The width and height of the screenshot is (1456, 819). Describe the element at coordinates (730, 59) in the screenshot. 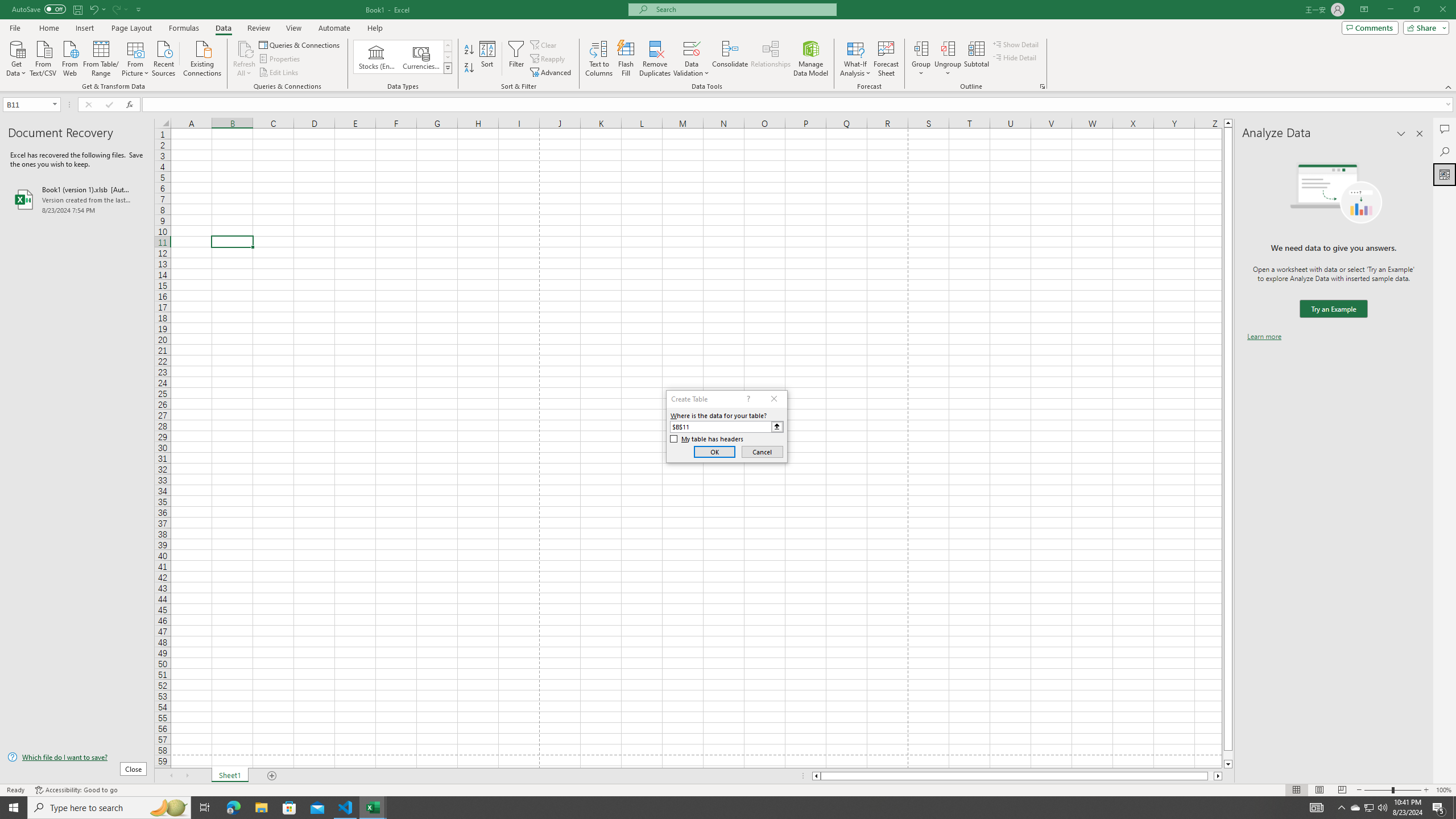

I see `'Consolidate...'` at that location.